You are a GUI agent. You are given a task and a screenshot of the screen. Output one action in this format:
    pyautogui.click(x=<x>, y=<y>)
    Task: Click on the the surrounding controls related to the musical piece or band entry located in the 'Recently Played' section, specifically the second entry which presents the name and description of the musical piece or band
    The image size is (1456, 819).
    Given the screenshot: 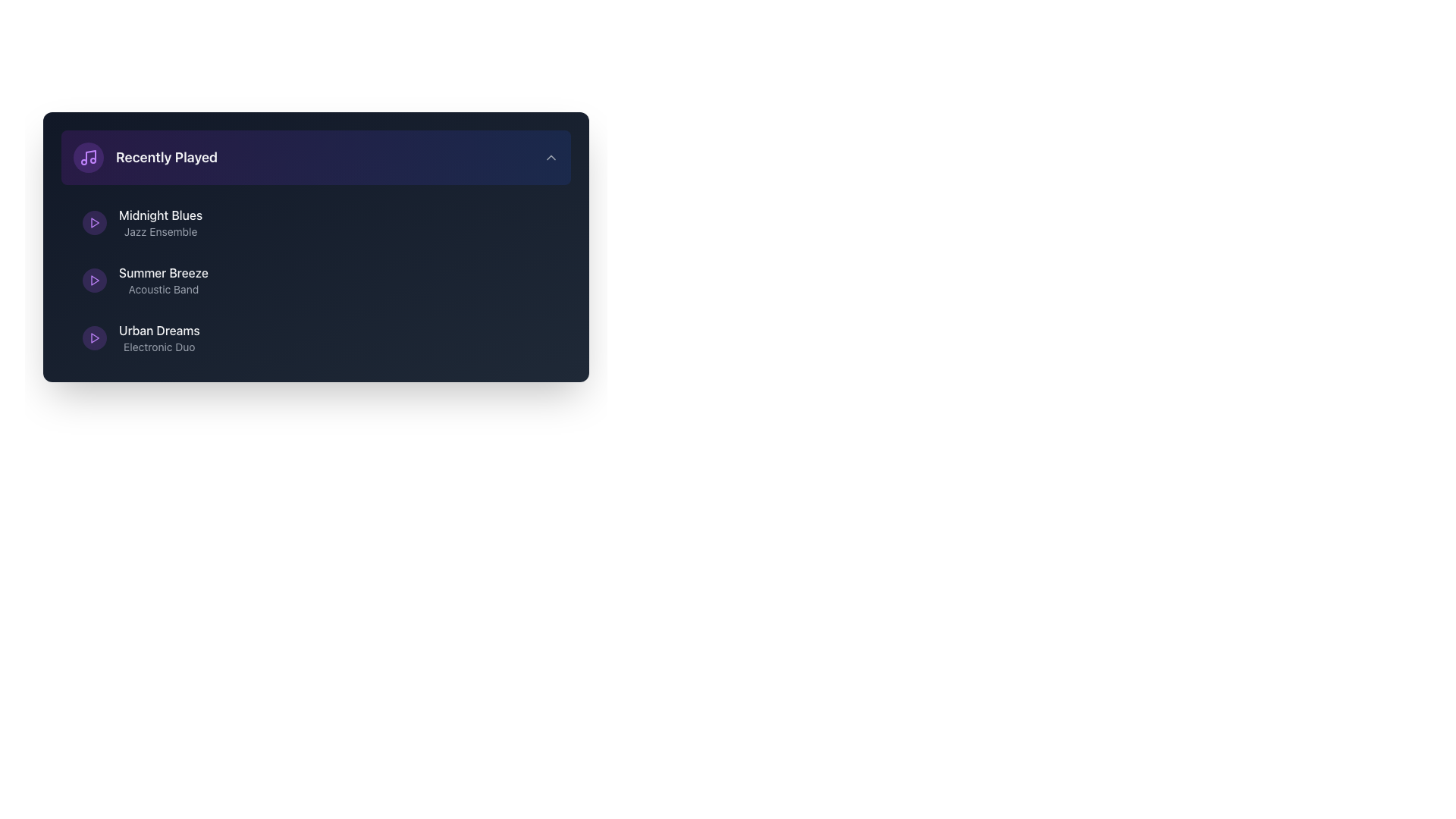 What is the action you would take?
    pyautogui.click(x=145, y=281)
    